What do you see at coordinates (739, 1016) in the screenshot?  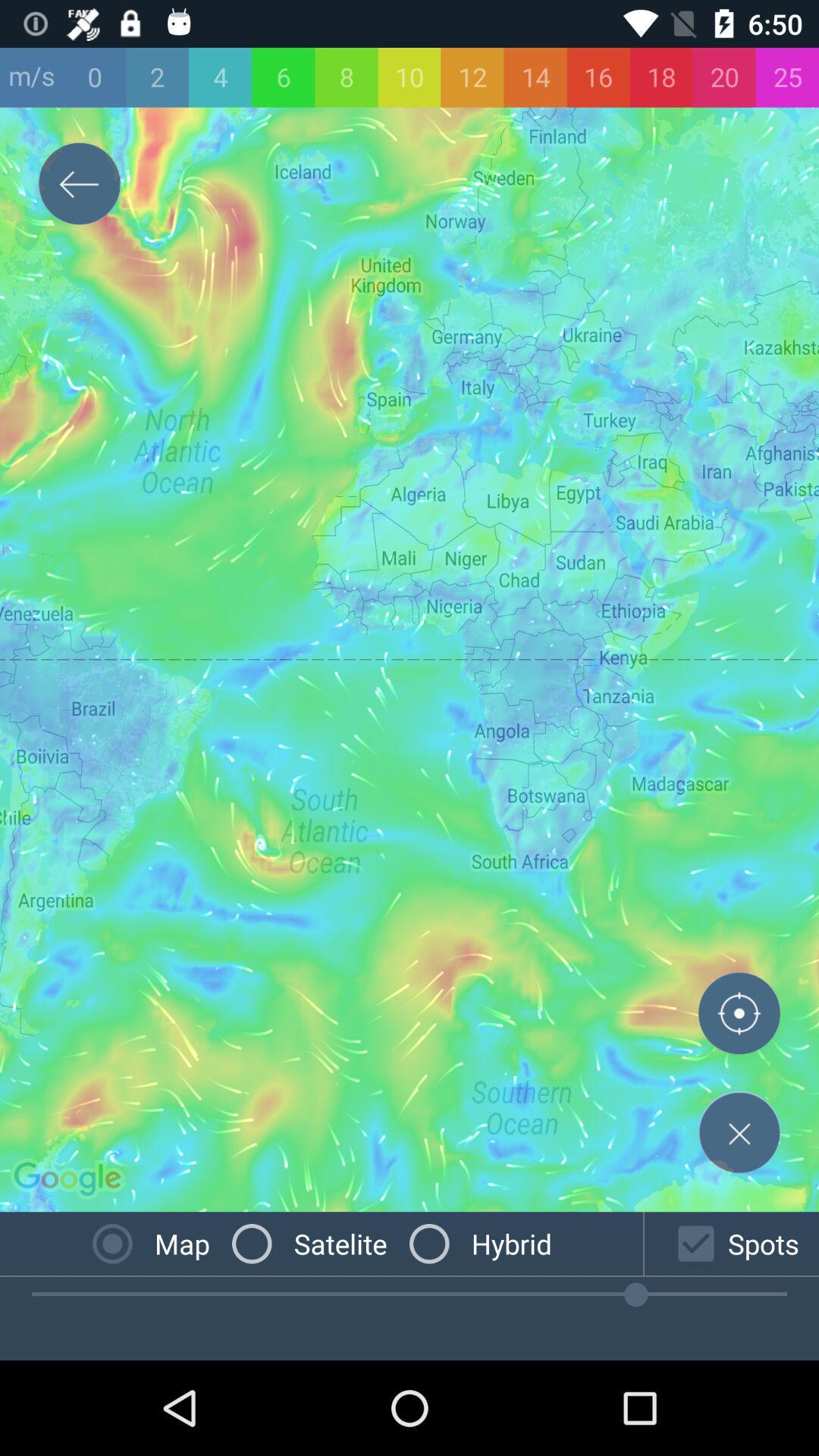 I see `gps location button` at bounding box center [739, 1016].